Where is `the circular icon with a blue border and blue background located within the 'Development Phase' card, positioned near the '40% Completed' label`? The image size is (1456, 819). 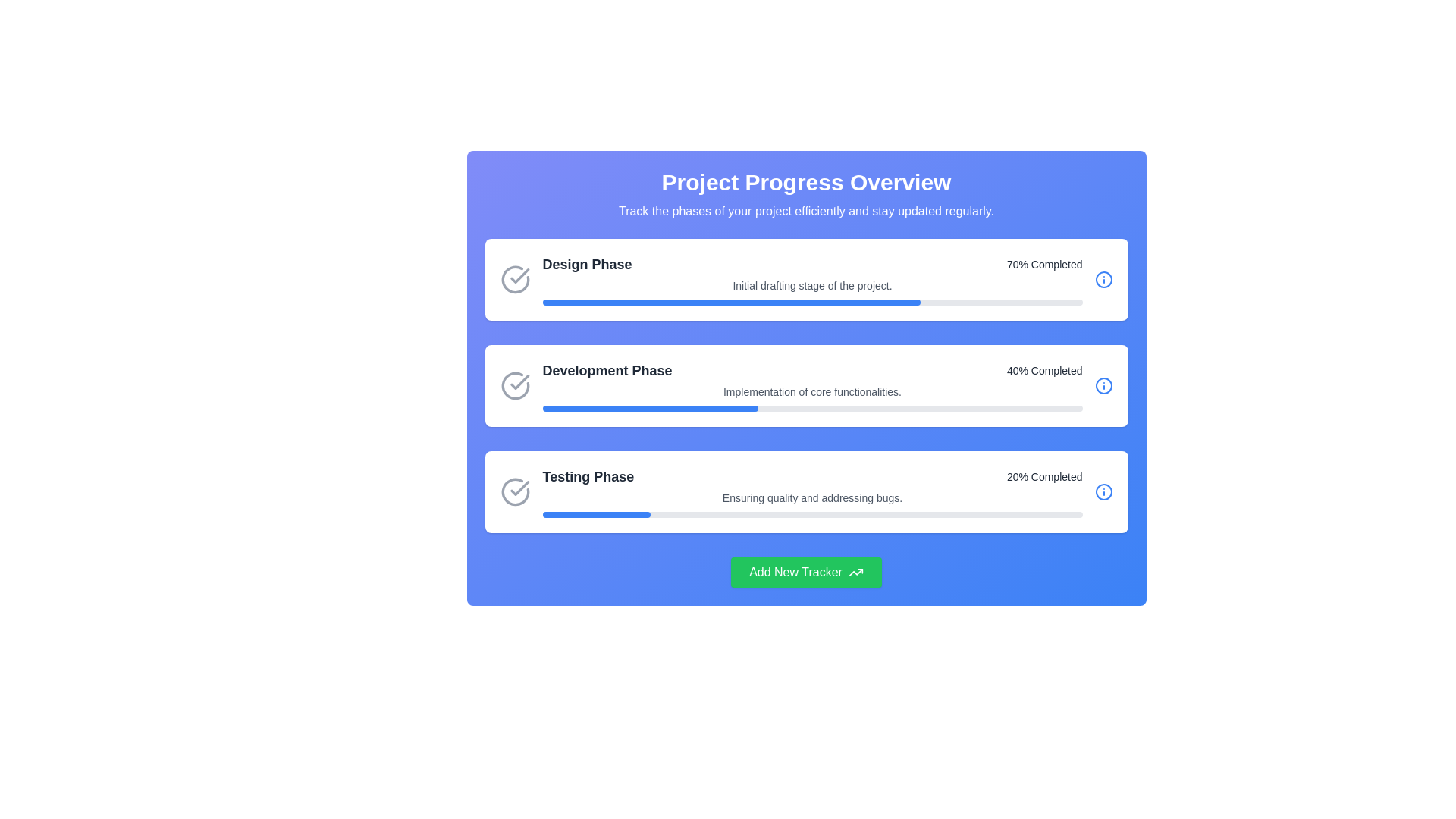 the circular icon with a blue border and blue background located within the 'Development Phase' card, positioned near the '40% Completed' label is located at coordinates (1103, 385).